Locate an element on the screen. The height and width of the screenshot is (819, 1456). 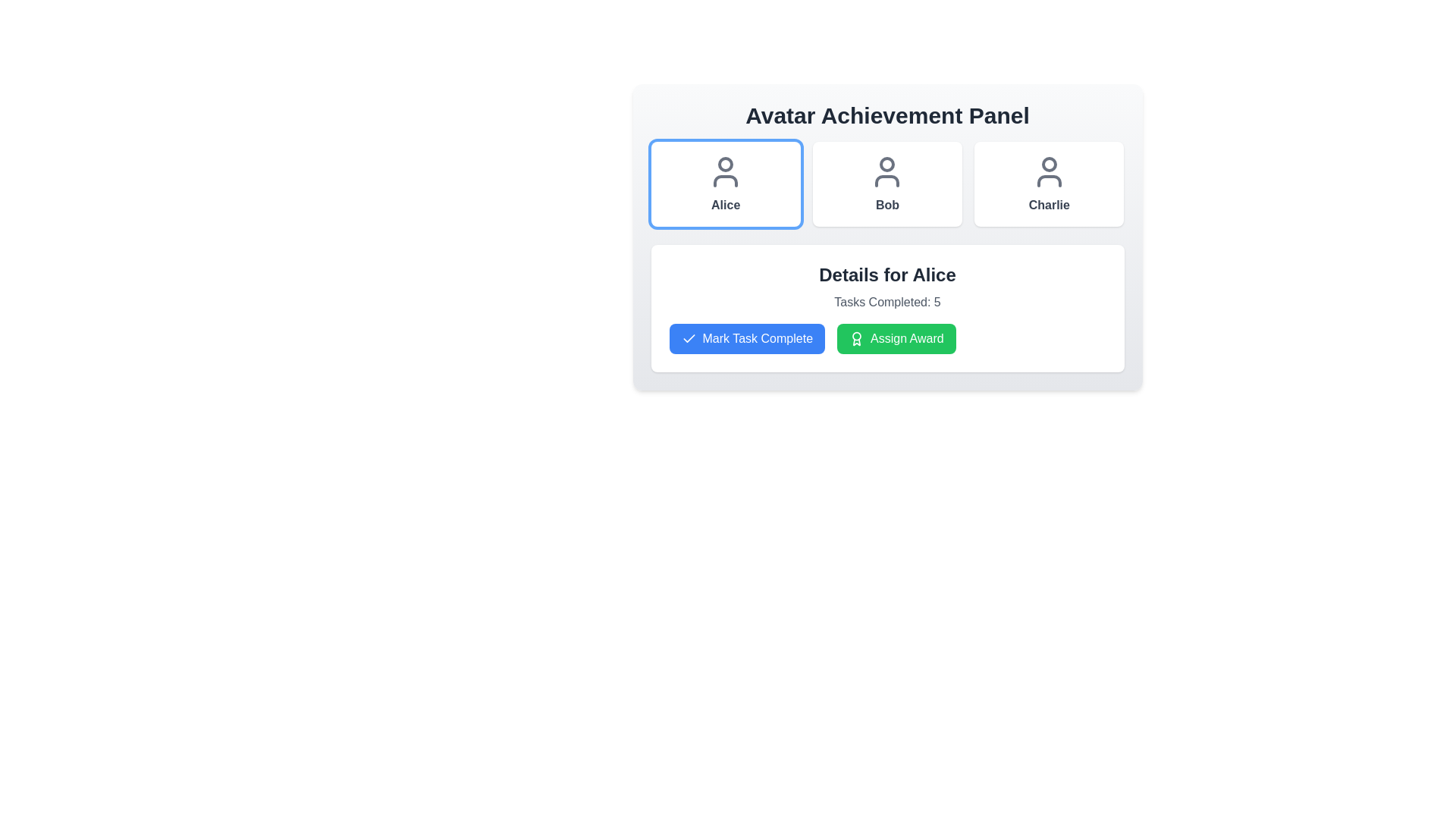
the green button labeled 'Assign Award' to assign an award located in the 'Details for Alice' section, directly below 'Tasks Completed: 5' is located at coordinates (887, 338).